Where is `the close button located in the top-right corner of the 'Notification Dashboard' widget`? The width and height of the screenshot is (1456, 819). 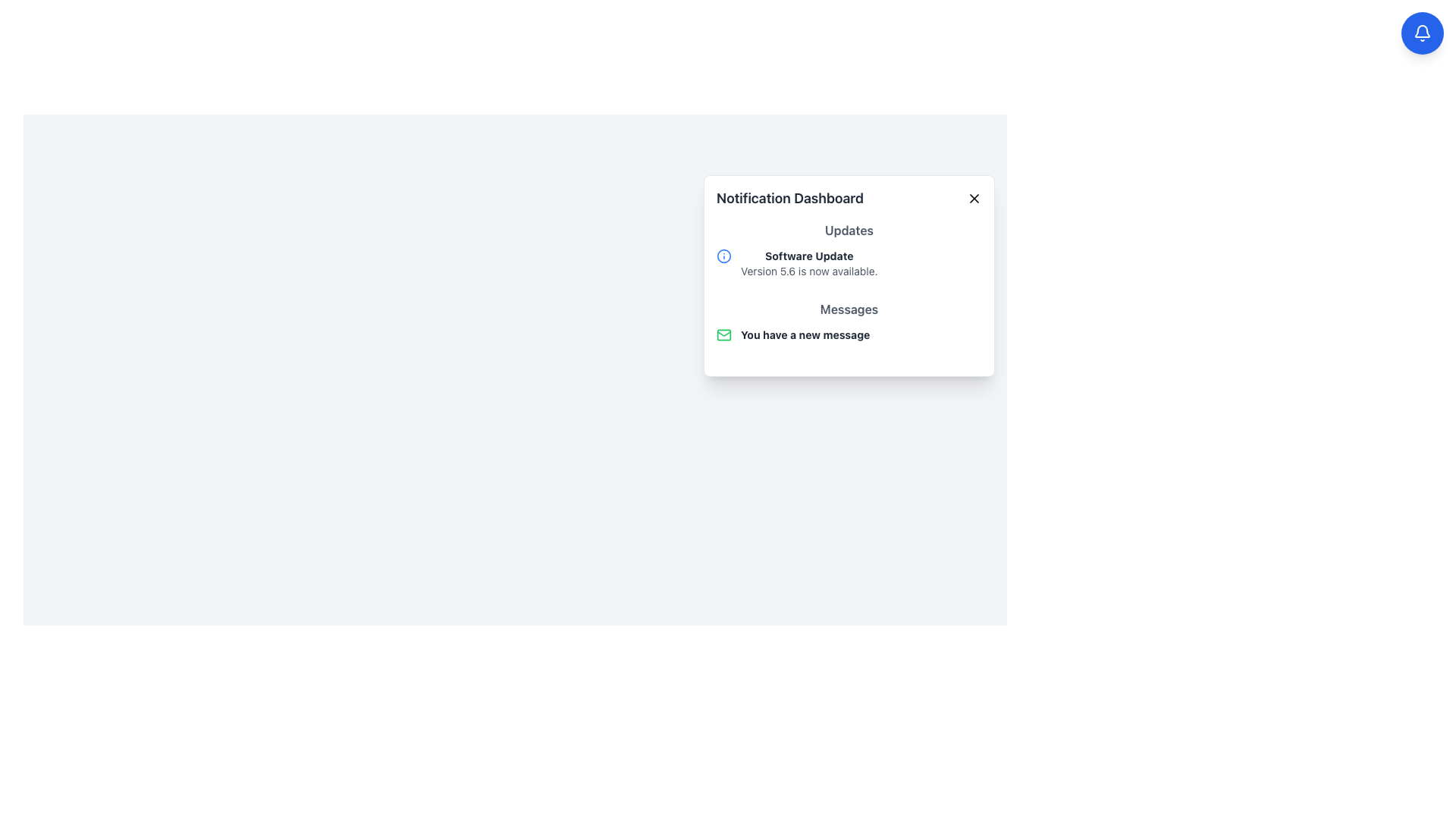
the close button located in the top-right corner of the 'Notification Dashboard' widget is located at coordinates (974, 198).